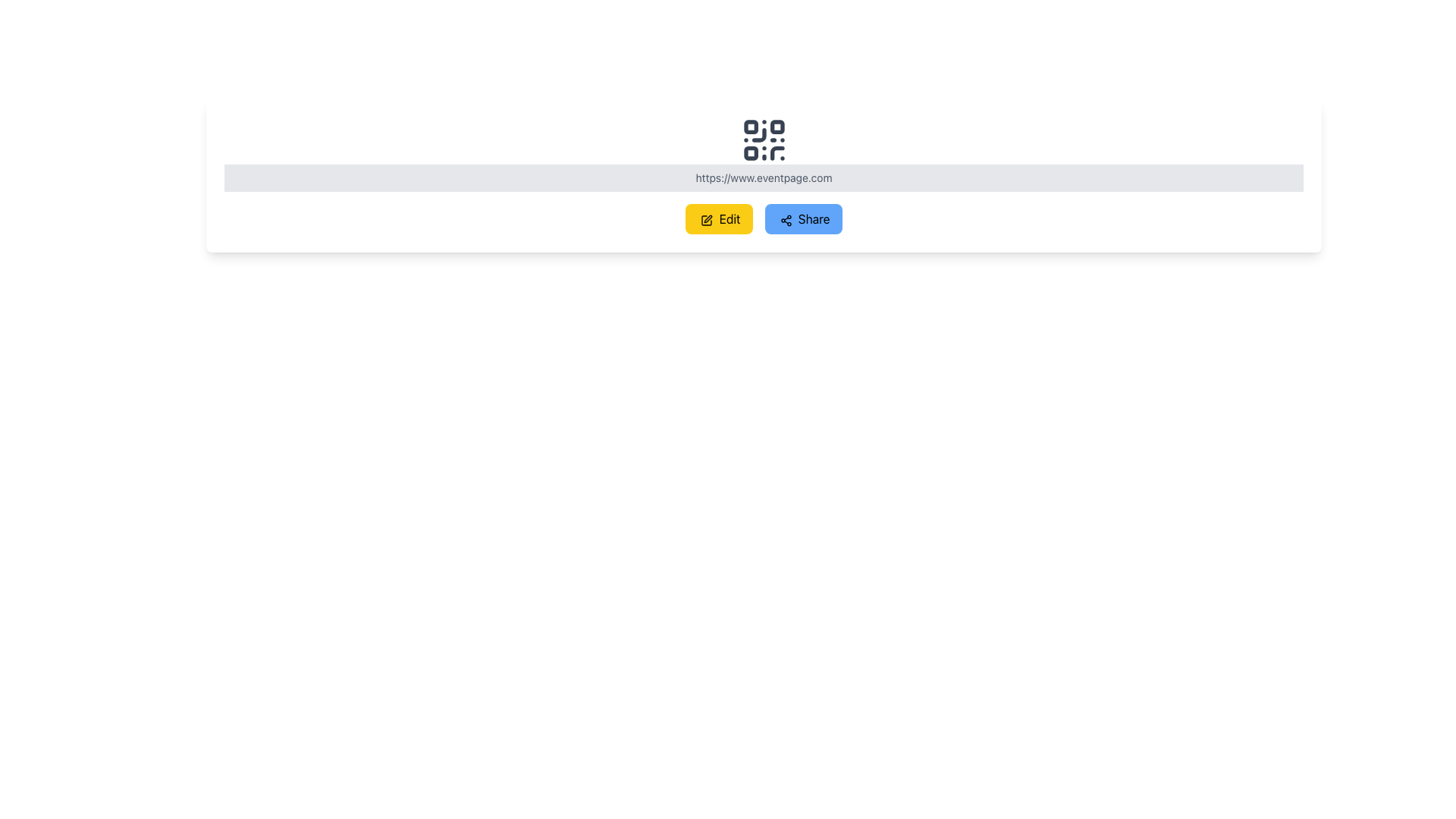  What do you see at coordinates (718, 219) in the screenshot?
I see `the 'Edit' button, which has a yellow background, rounded corners, and contains a pencil icon` at bounding box center [718, 219].